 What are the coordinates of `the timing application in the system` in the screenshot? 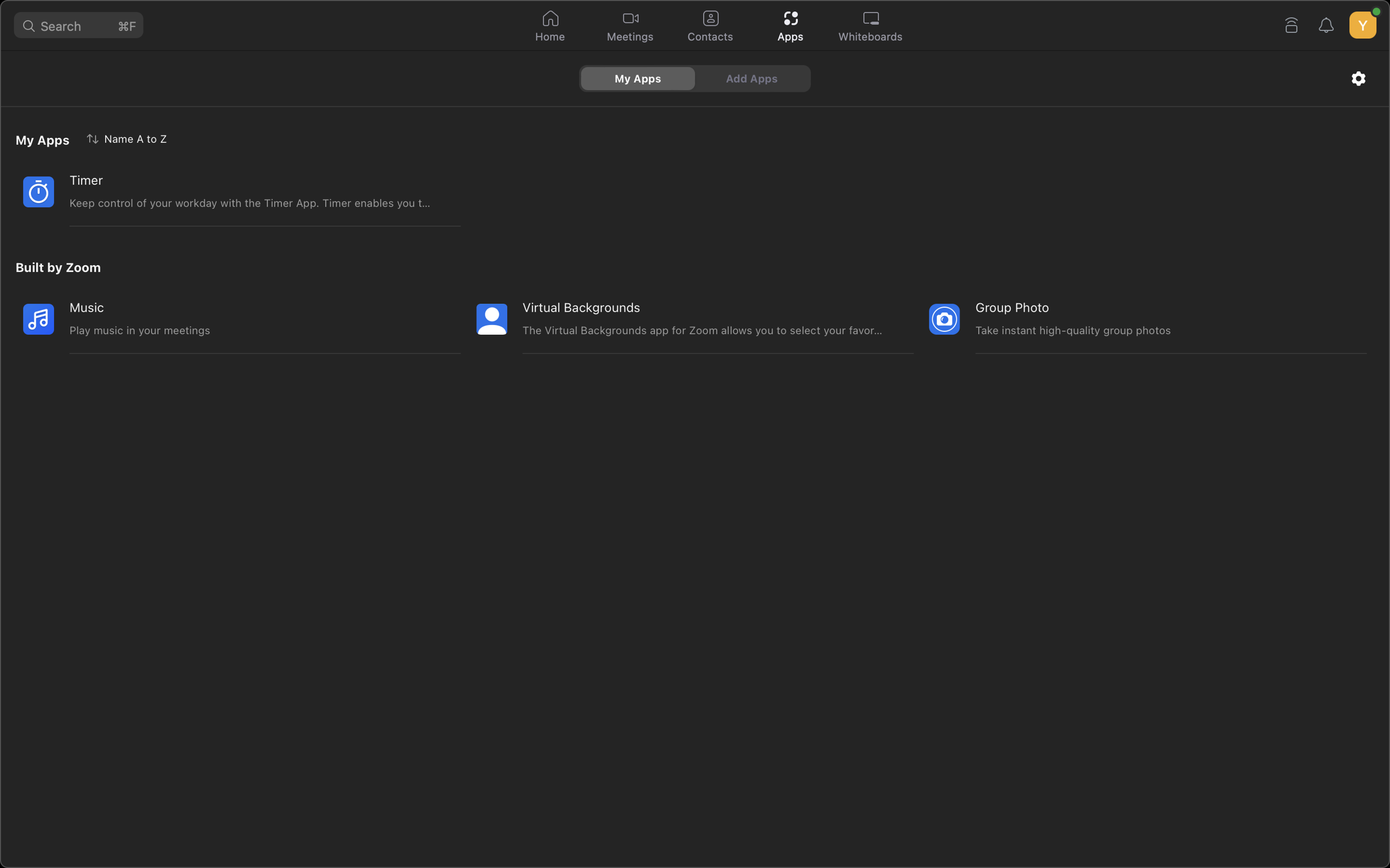 It's located at (224, 191).